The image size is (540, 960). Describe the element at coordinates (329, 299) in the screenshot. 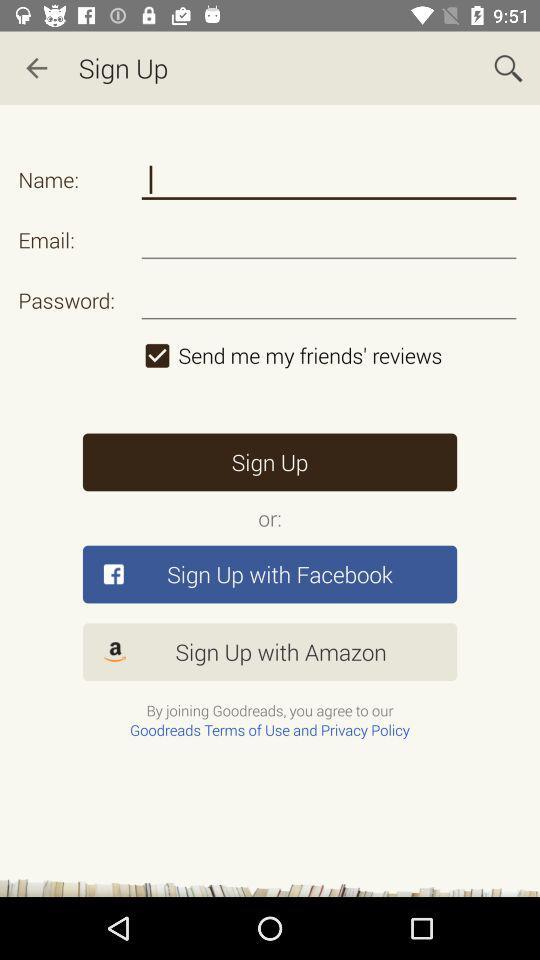

I see `the field which is right to the text password` at that location.